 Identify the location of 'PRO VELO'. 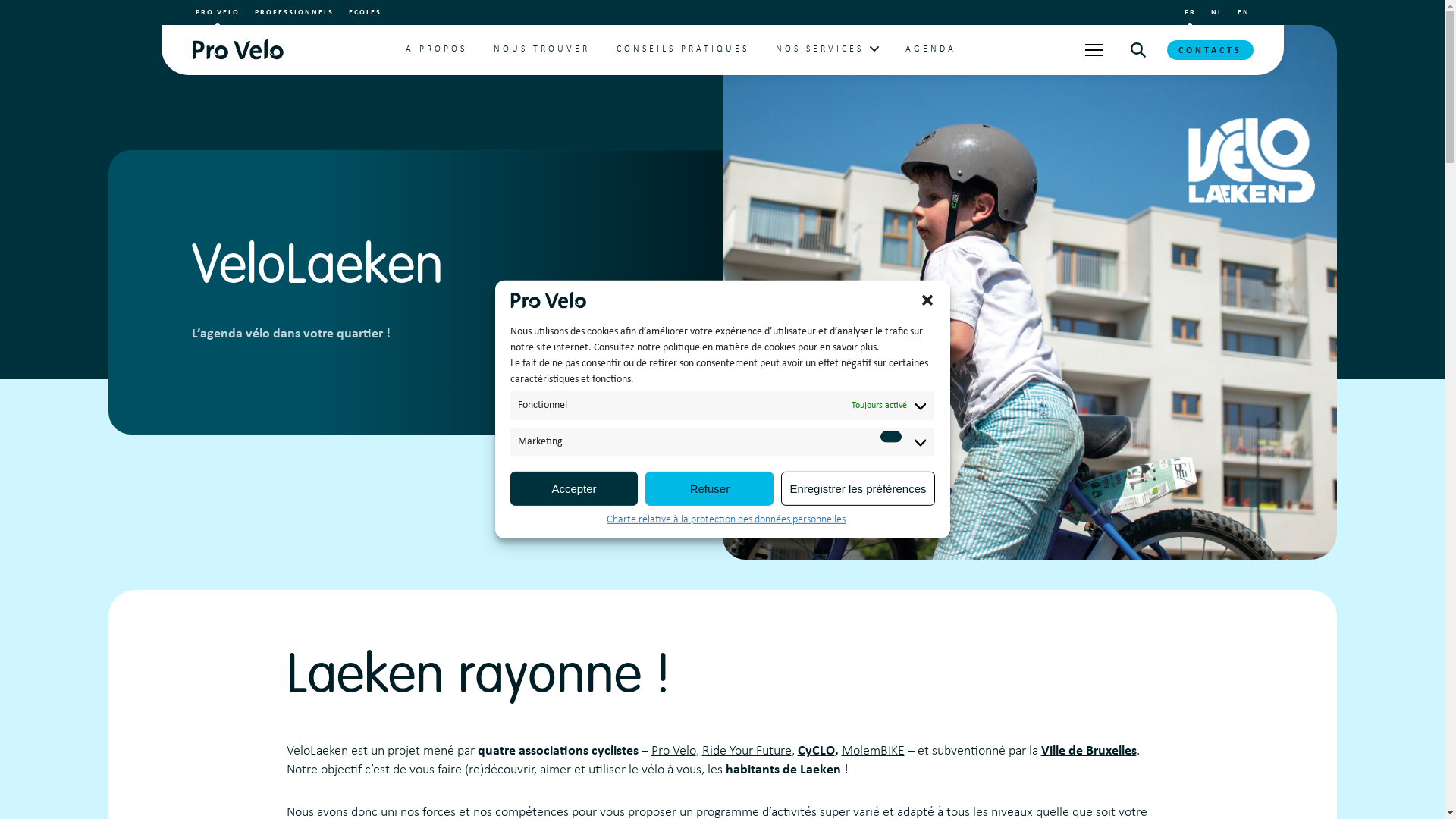
(217, 12).